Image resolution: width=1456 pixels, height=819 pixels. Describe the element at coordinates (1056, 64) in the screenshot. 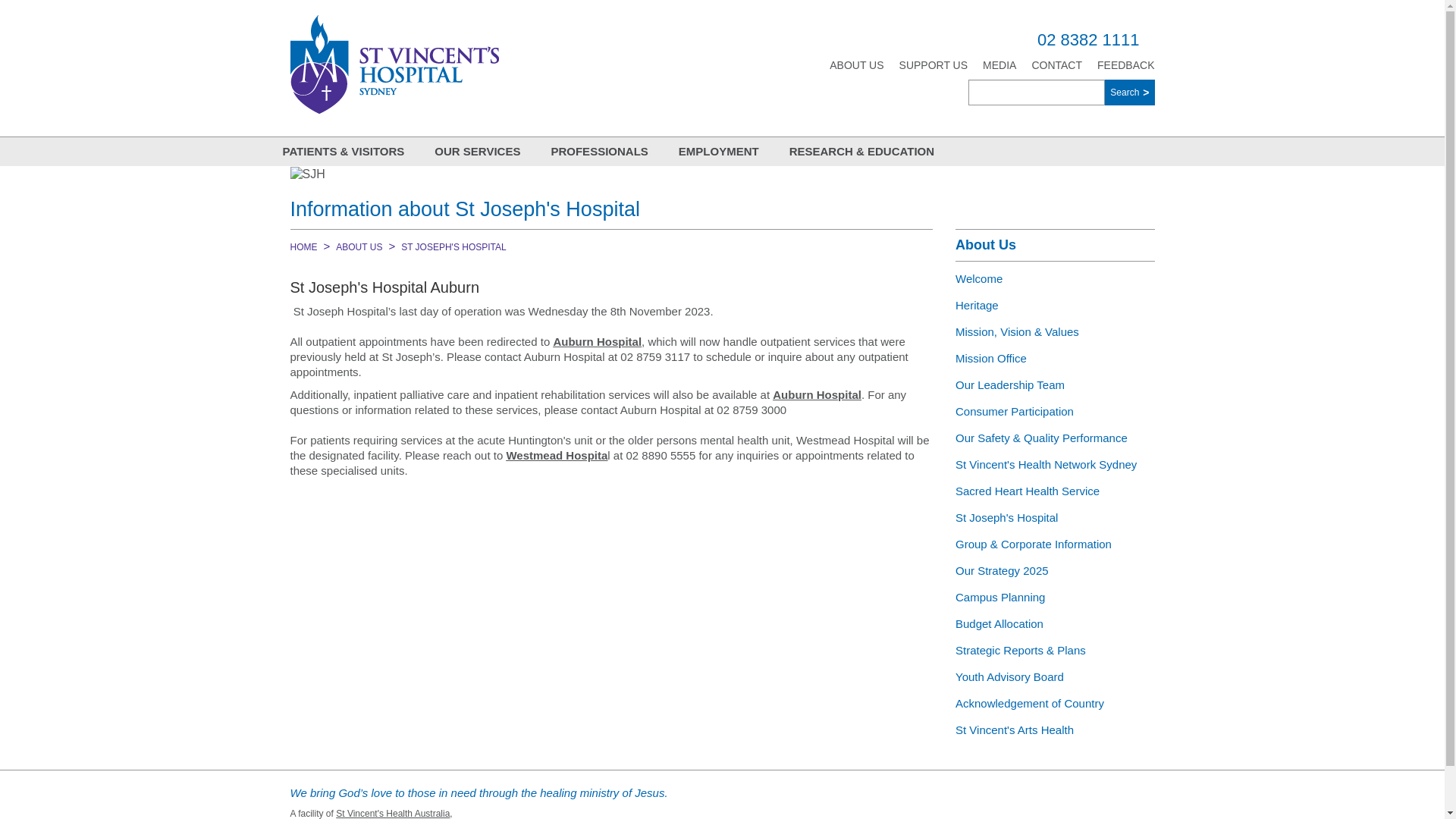

I see `'CONTACT'` at that location.